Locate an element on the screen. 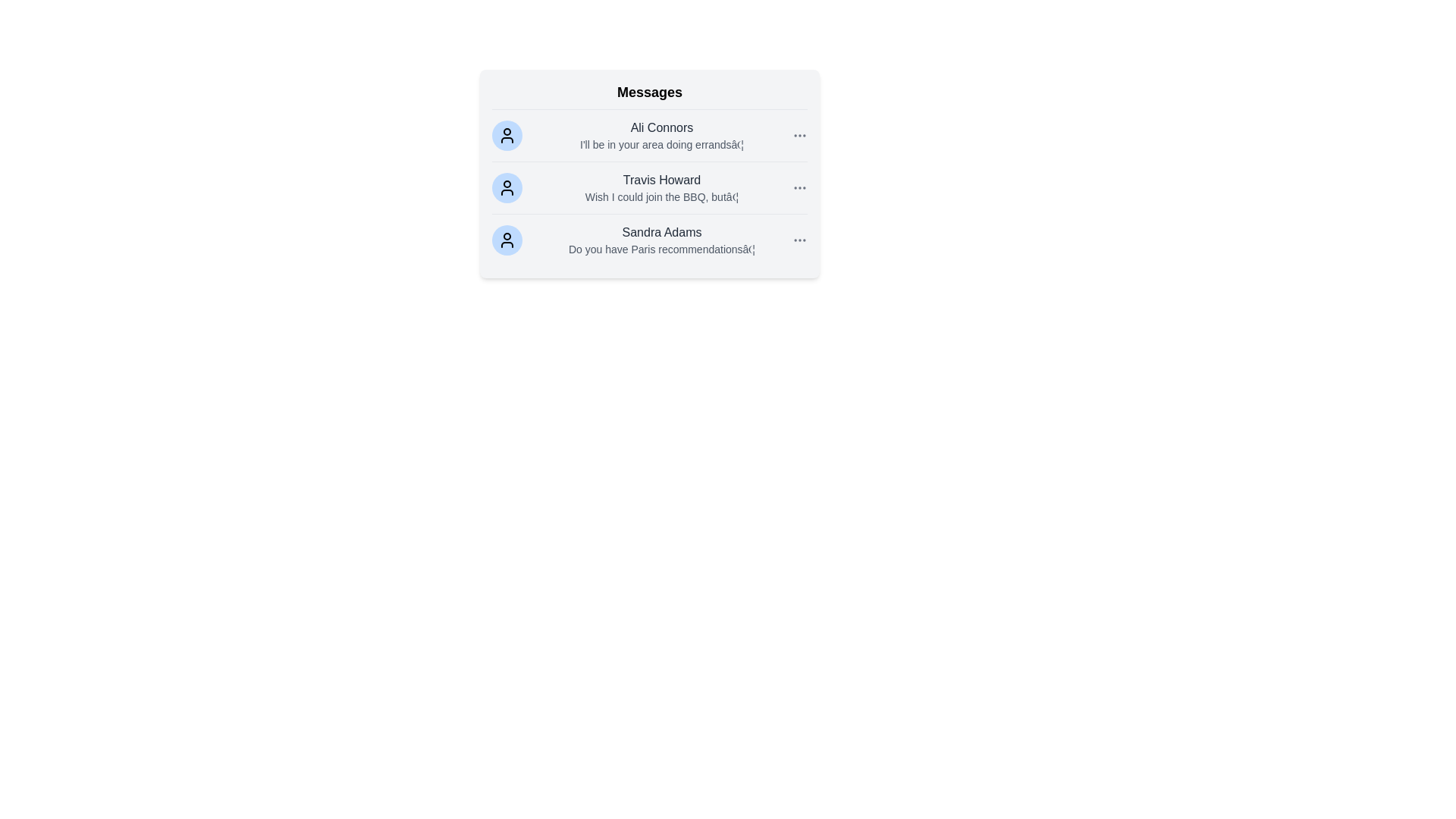 This screenshot has height=819, width=1456. the text display element that shows the phrase 'Wish I could join the BBQ, but…', located below the header 'Travis Howard' in the messaging interface is located at coordinates (662, 196).